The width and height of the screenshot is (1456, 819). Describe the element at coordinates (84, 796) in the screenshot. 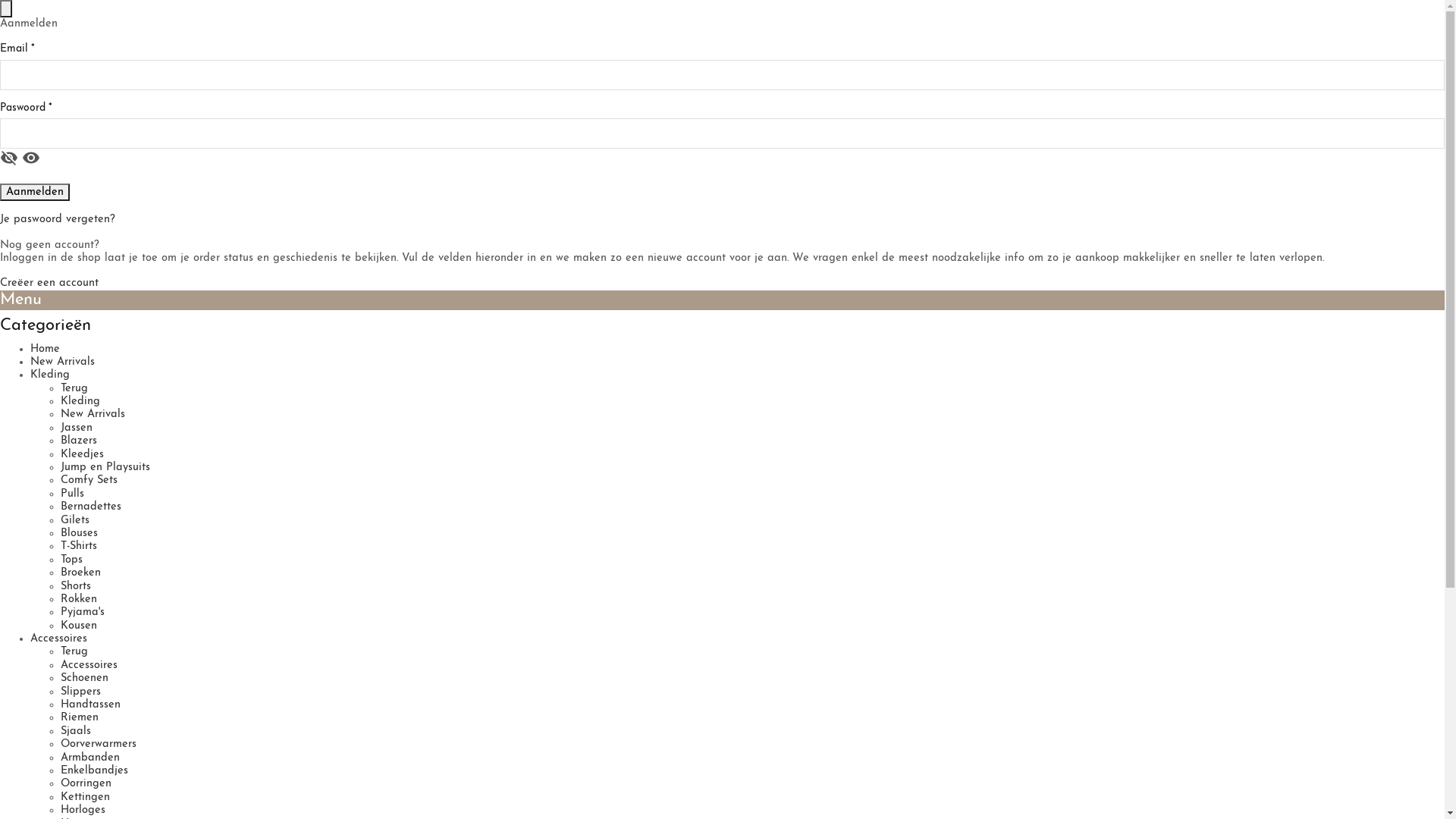

I see `'Kettingen'` at that location.